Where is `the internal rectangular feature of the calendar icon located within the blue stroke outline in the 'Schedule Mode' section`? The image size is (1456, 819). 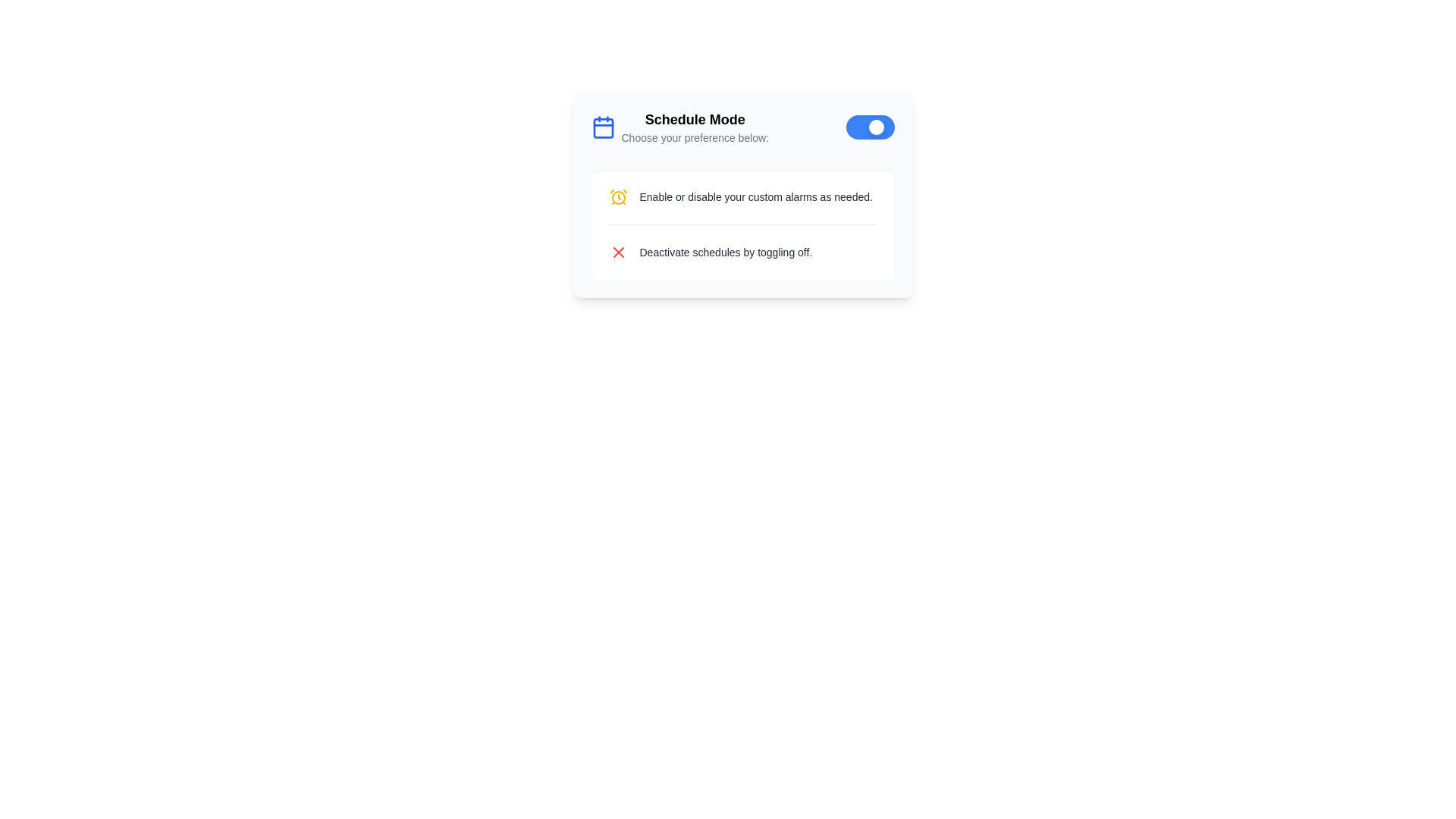
the internal rectangular feature of the calendar icon located within the blue stroke outline in the 'Schedule Mode' section is located at coordinates (602, 127).